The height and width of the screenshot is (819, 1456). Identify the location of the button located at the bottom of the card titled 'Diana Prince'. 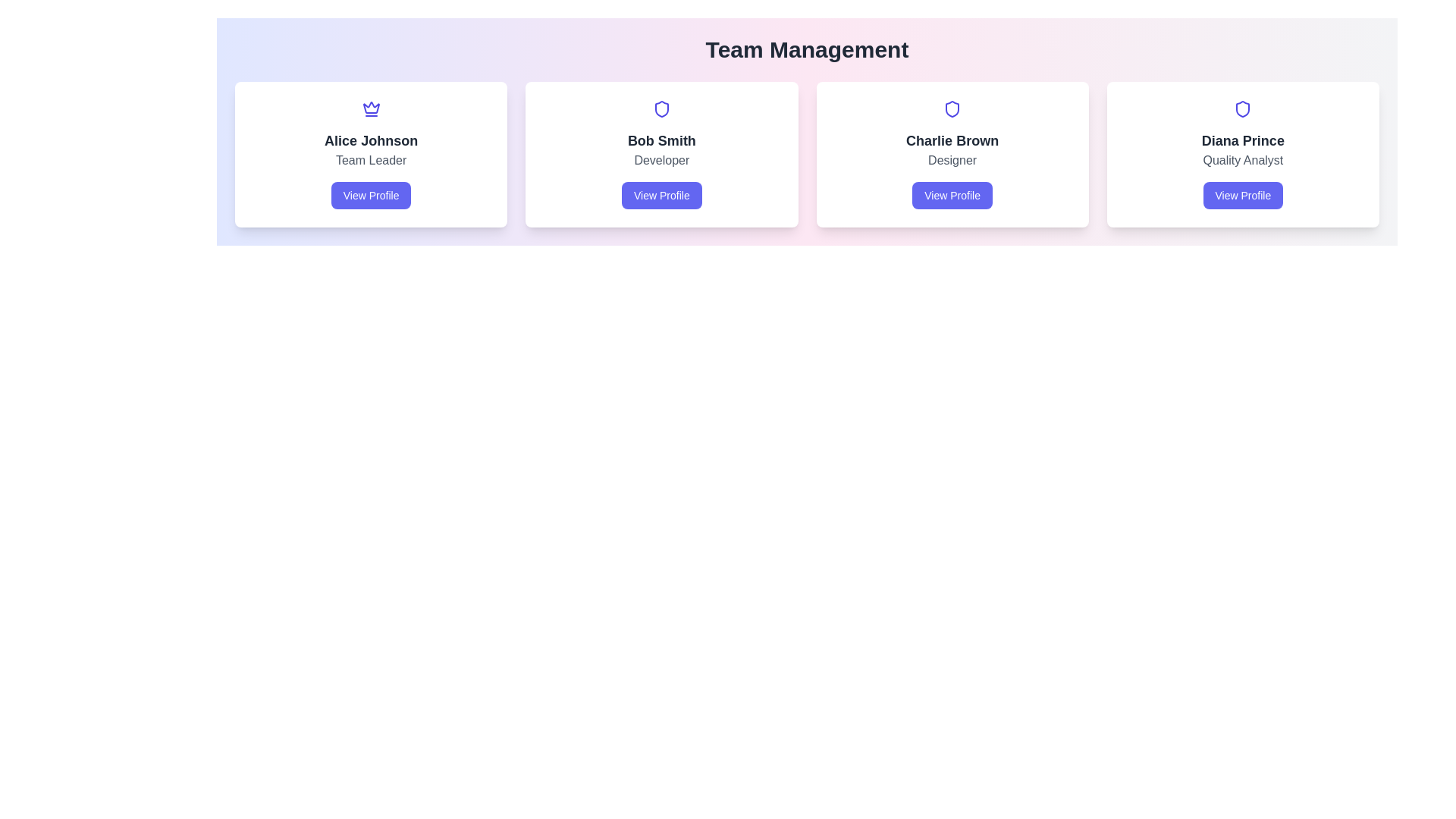
(1243, 195).